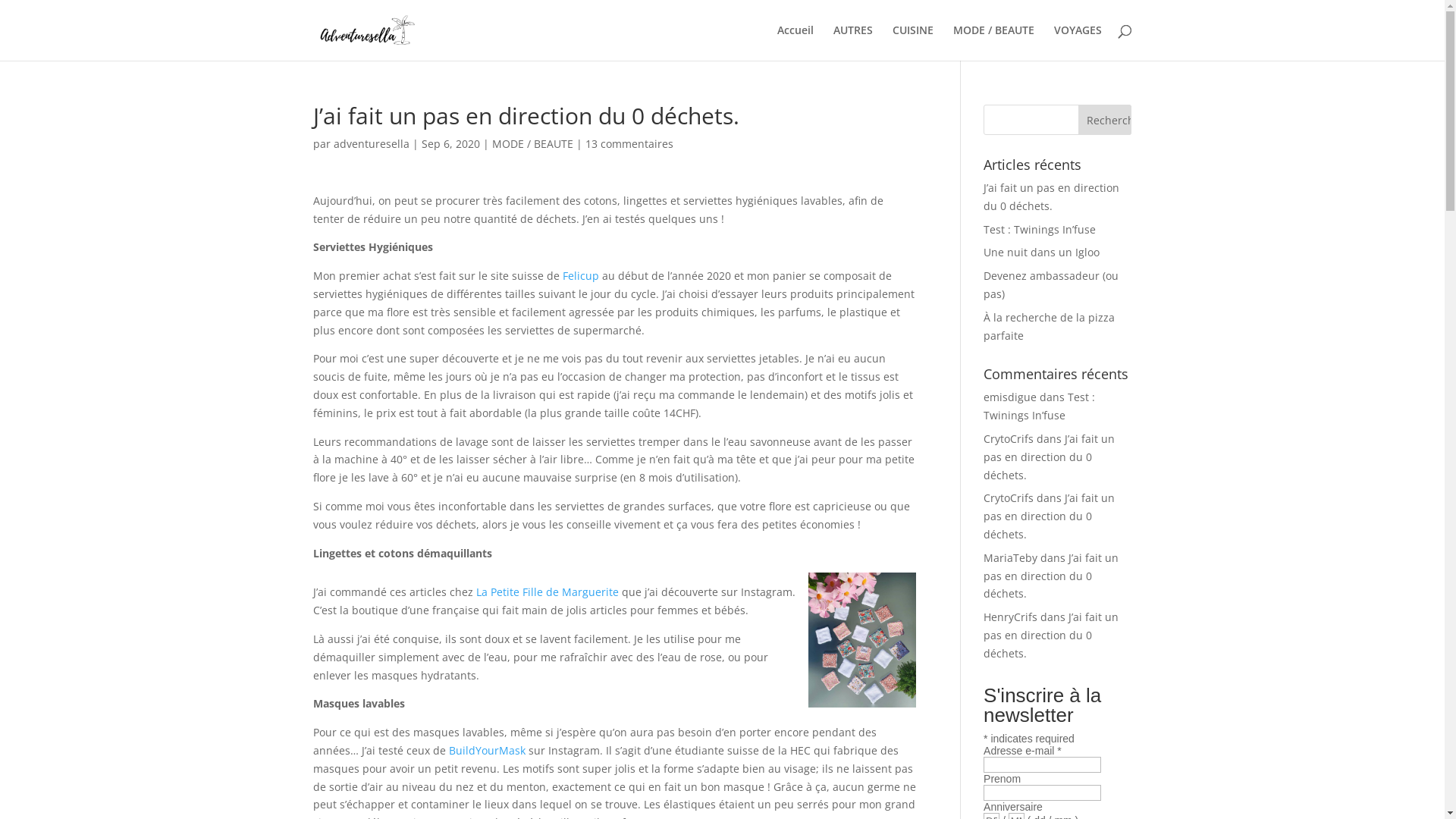 This screenshot has height=819, width=1456. What do you see at coordinates (487, 749) in the screenshot?
I see `'BuildYourMask'` at bounding box center [487, 749].